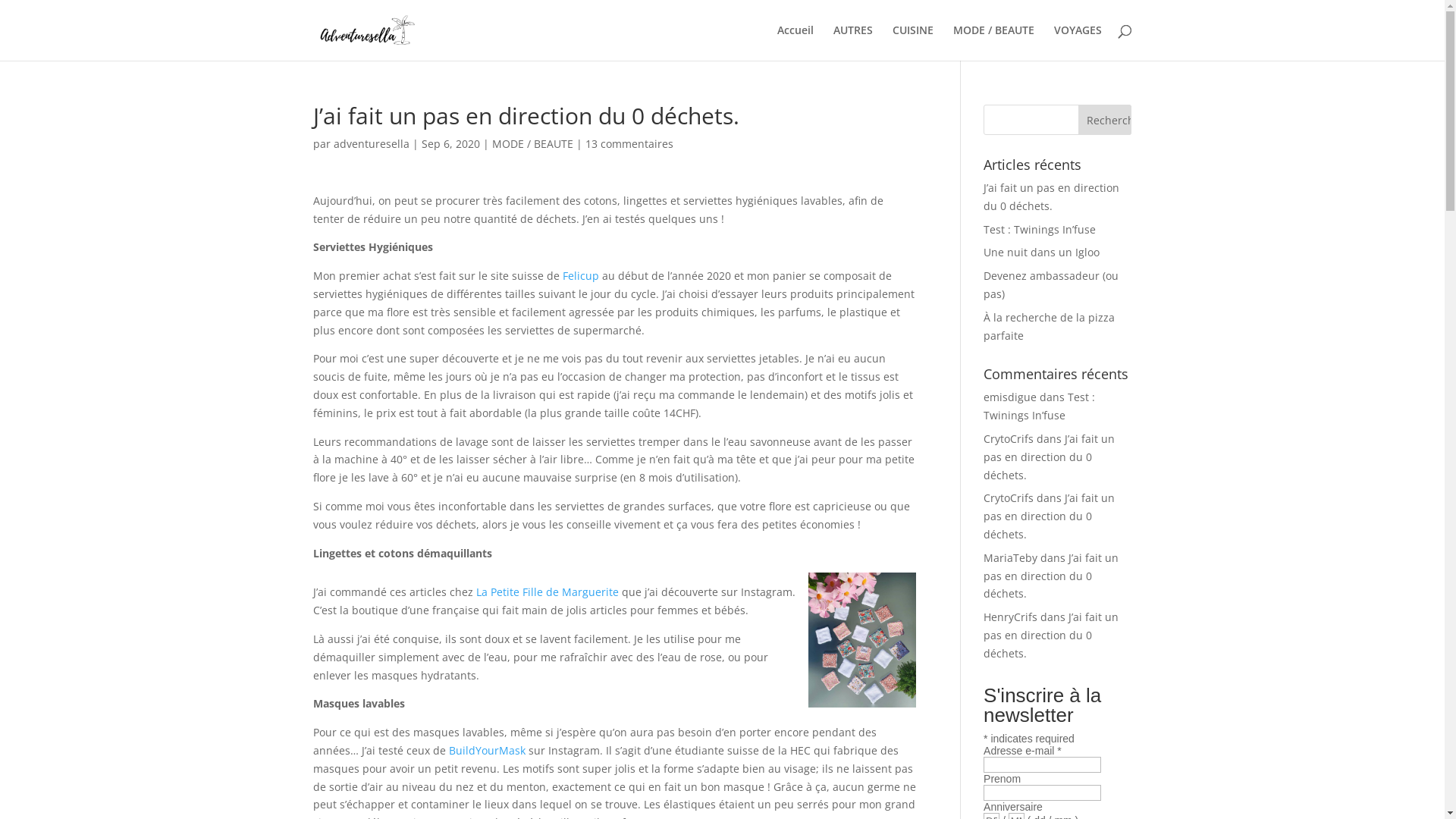 This screenshot has height=819, width=1456. What do you see at coordinates (487, 749) in the screenshot?
I see `'BuildYourMask'` at bounding box center [487, 749].